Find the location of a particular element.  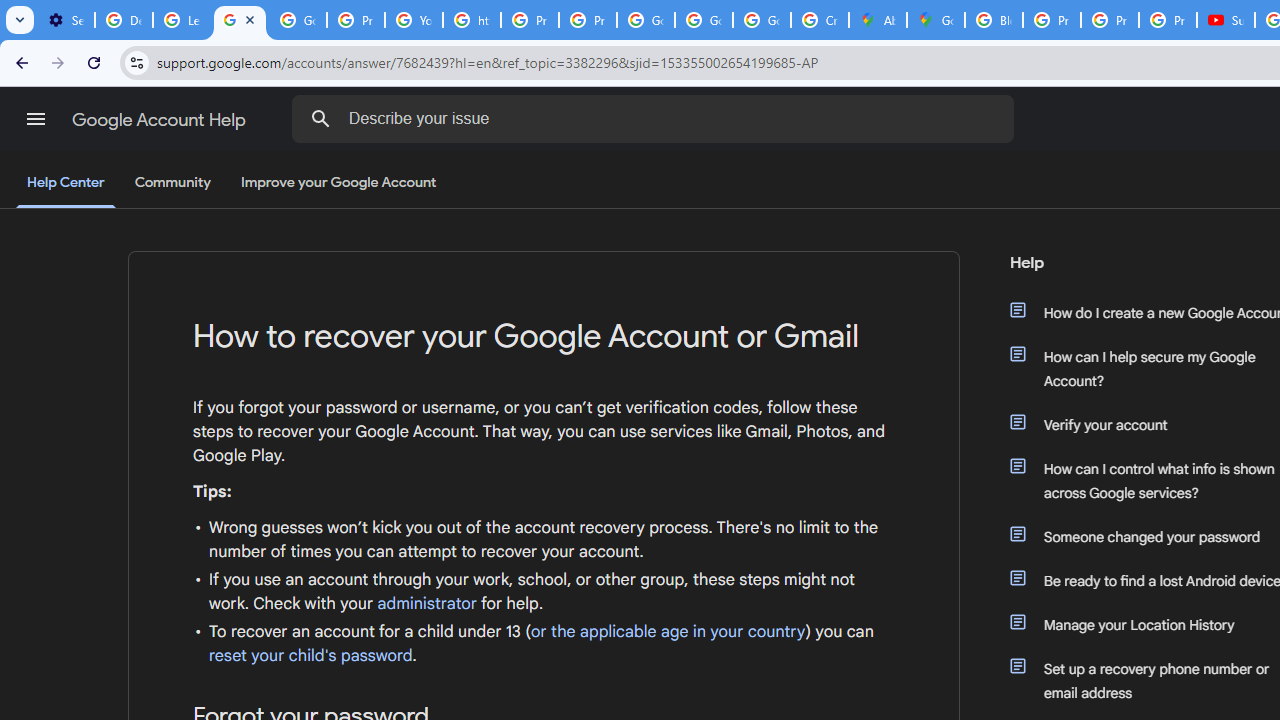

'Describe your issue' is located at coordinates (656, 118).